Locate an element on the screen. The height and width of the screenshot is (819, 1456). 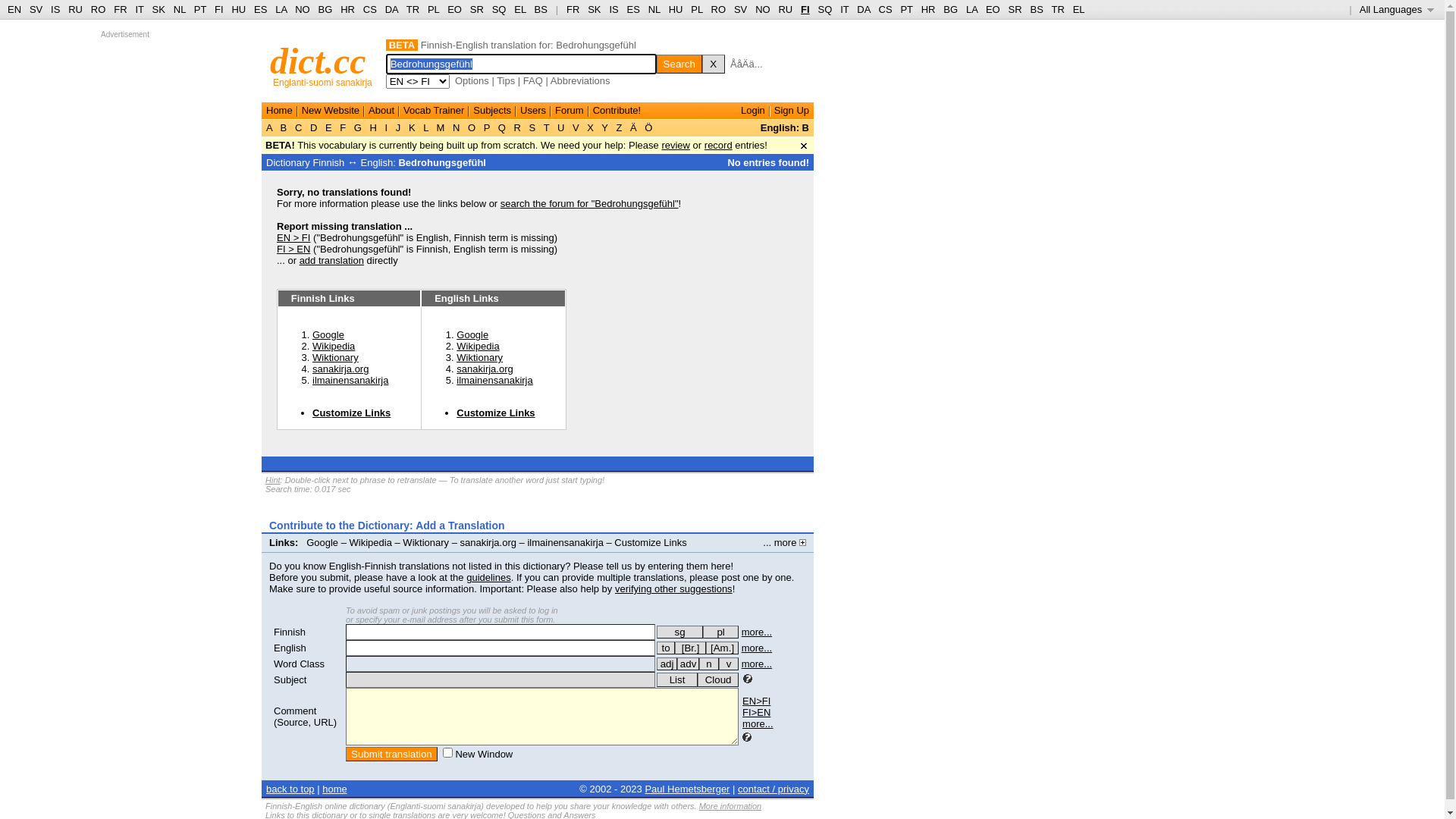
'RU' is located at coordinates (785, 9).